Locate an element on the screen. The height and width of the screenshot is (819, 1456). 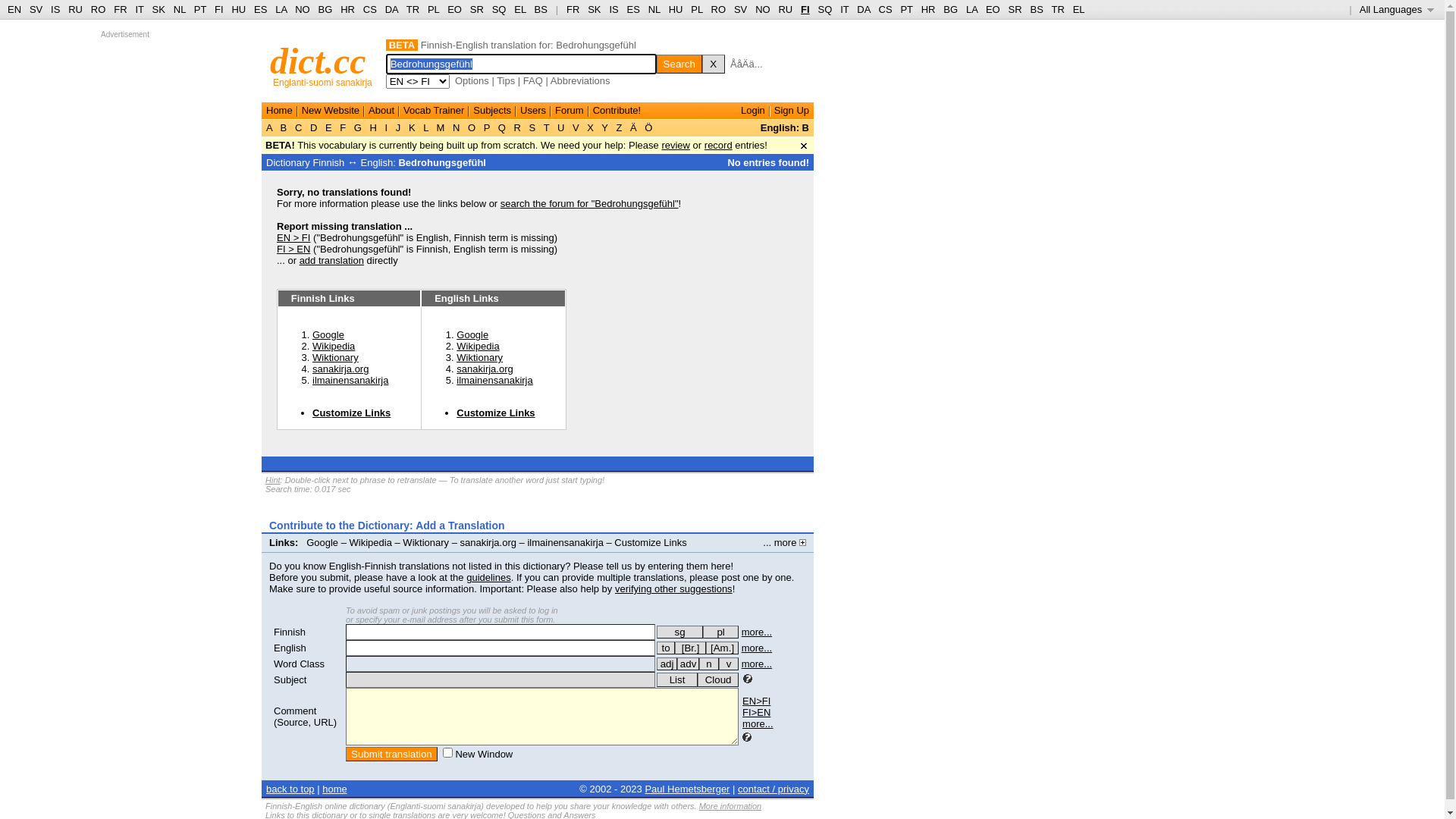
'RU' is located at coordinates (785, 9).